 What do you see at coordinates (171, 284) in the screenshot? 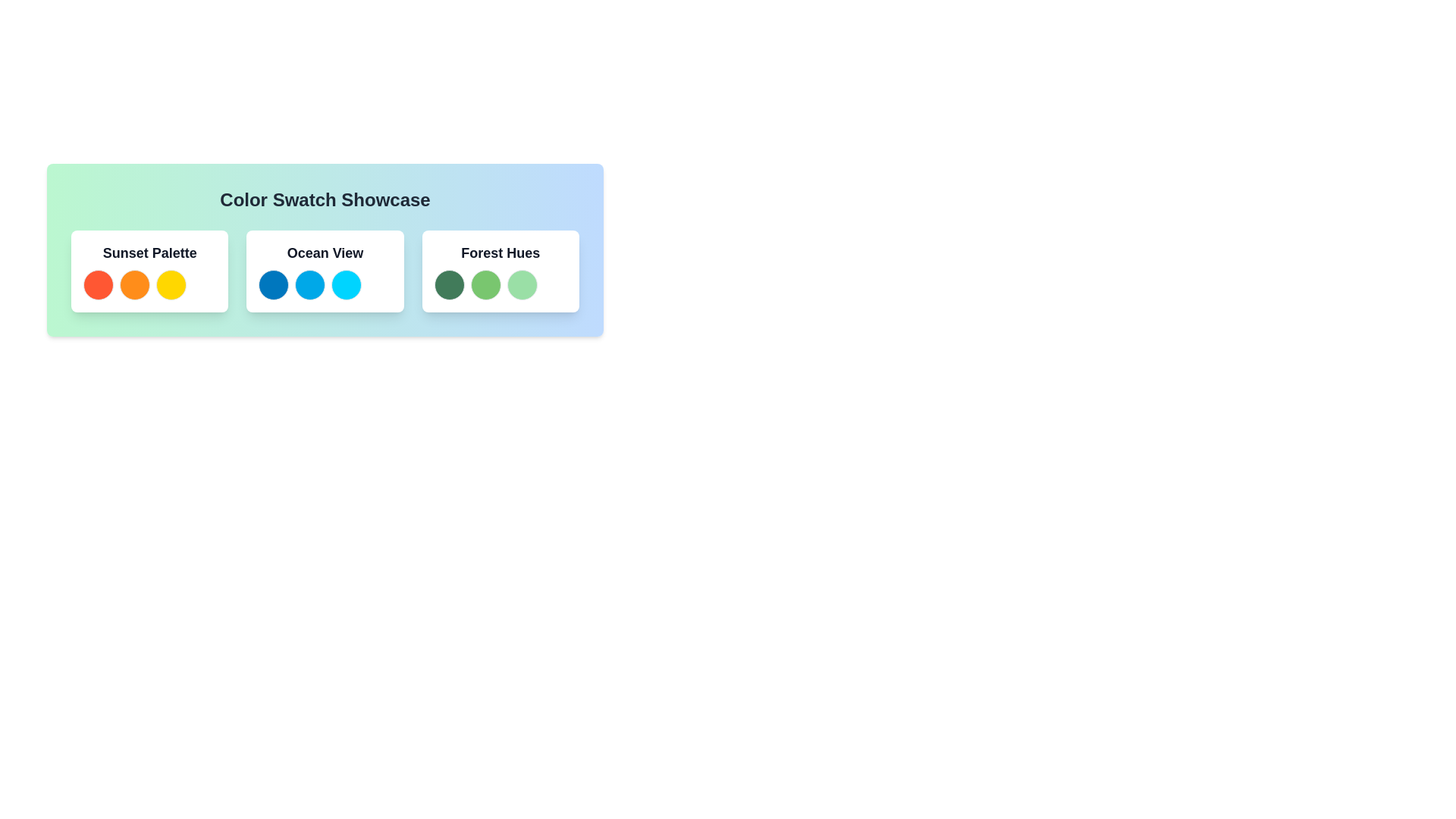
I see `the yellow color swatch, which is the third circle in the row of three circles in the 'Sunset Palette' section` at bounding box center [171, 284].